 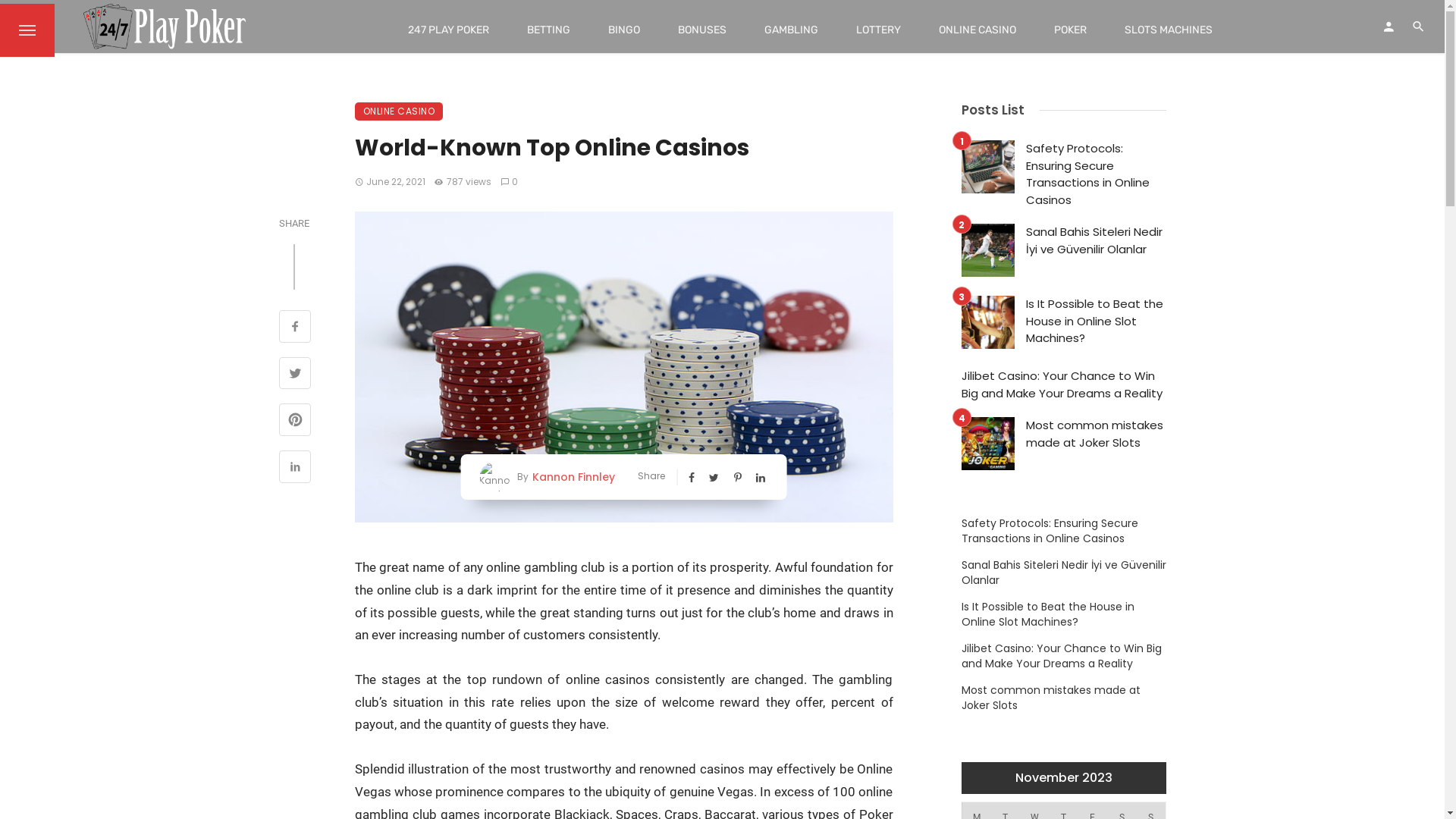 I want to click on '0', so click(x=510, y=180).